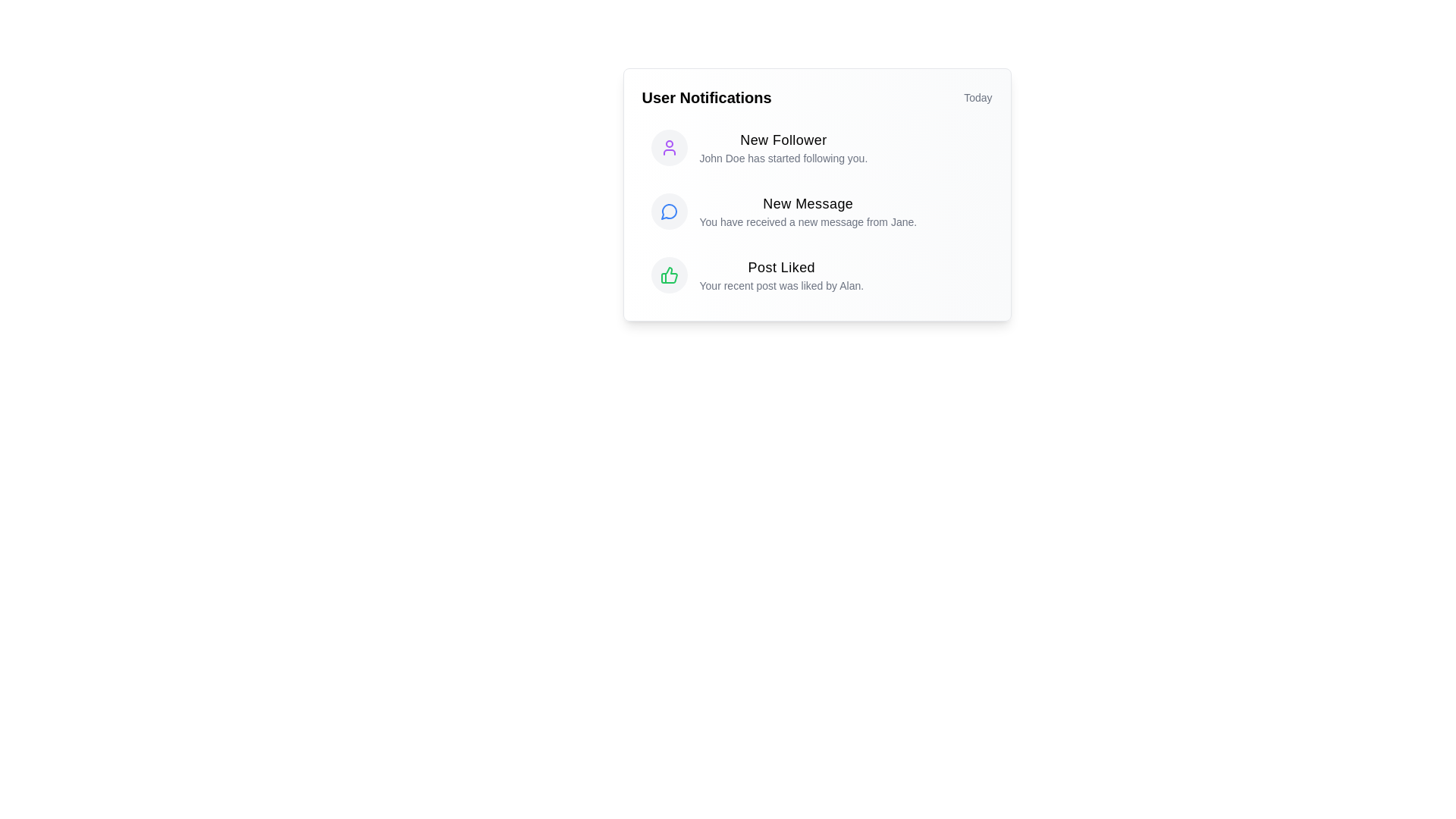 This screenshot has height=819, width=1456. Describe the element at coordinates (807, 203) in the screenshot. I see `the text label displaying 'New Message'` at that location.